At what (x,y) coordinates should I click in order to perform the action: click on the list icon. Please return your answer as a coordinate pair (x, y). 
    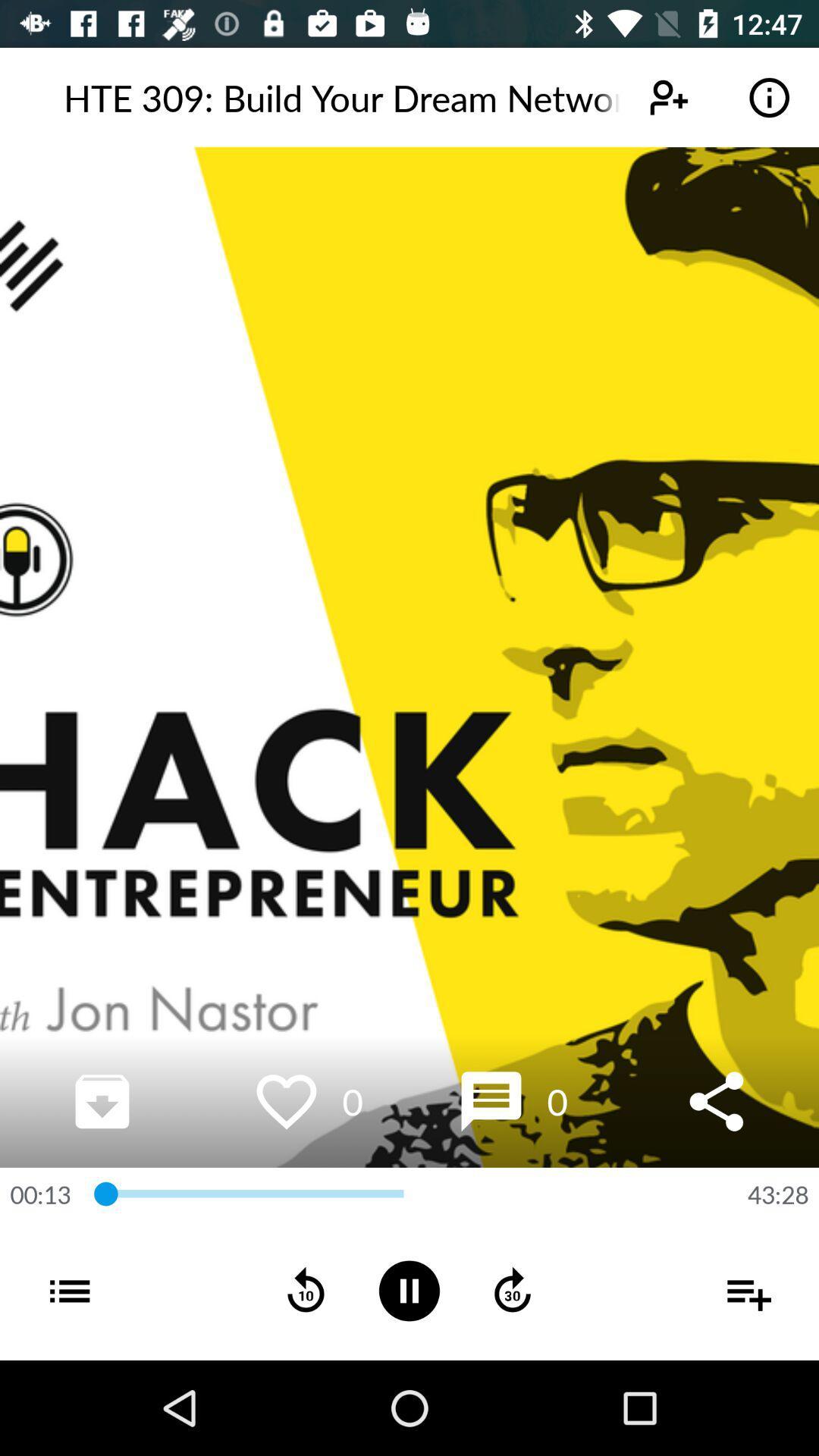
    Looking at the image, I should click on (49, 1310).